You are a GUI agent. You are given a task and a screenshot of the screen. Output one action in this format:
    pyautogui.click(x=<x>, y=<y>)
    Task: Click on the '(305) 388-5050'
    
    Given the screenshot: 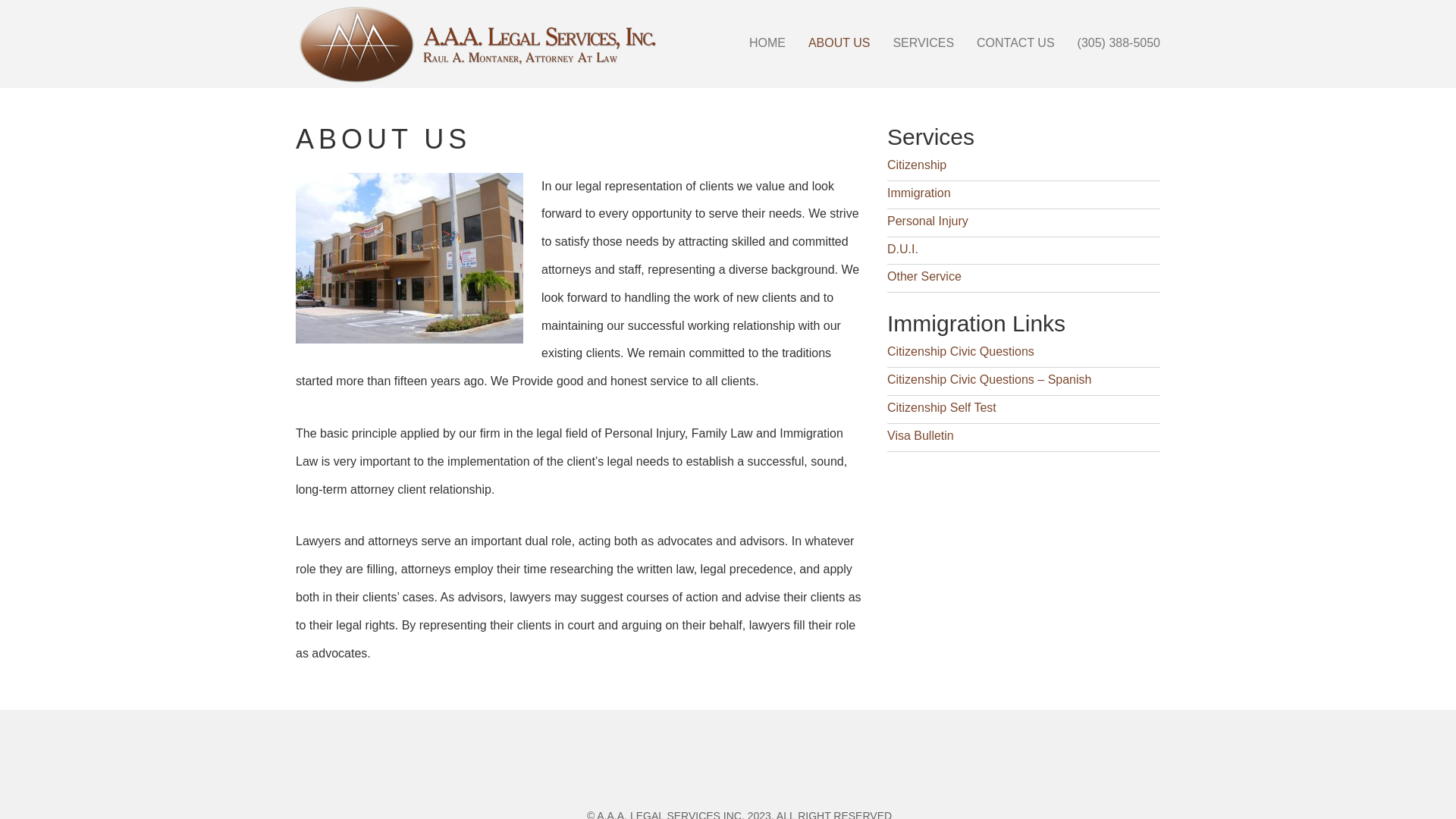 What is the action you would take?
    pyautogui.click(x=1119, y=42)
    